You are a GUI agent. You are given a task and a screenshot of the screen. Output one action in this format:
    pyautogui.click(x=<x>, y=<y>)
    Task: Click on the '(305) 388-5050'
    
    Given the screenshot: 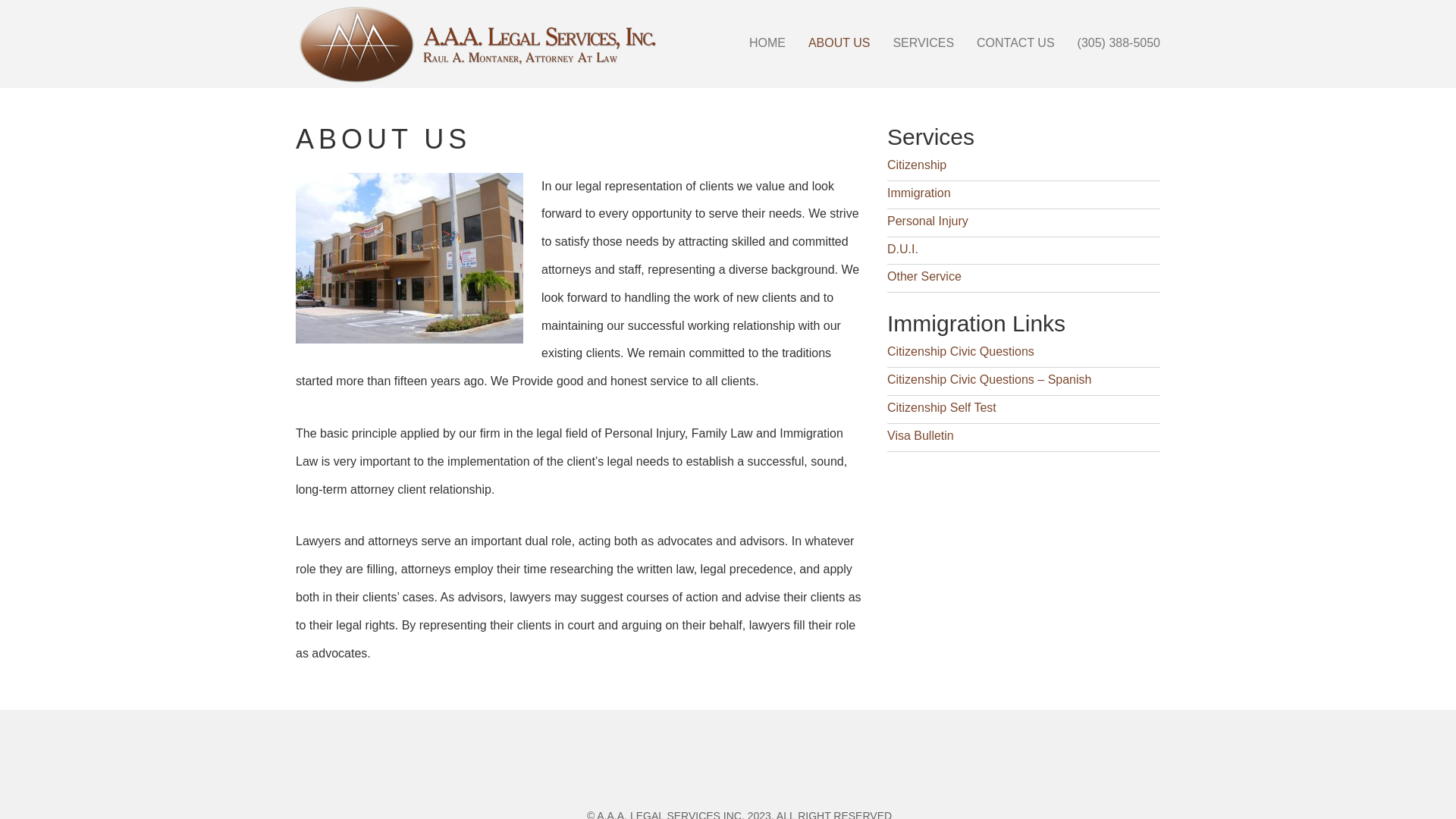 What is the action you would take?
    pyautogui.click(x=1119, y=42)
    